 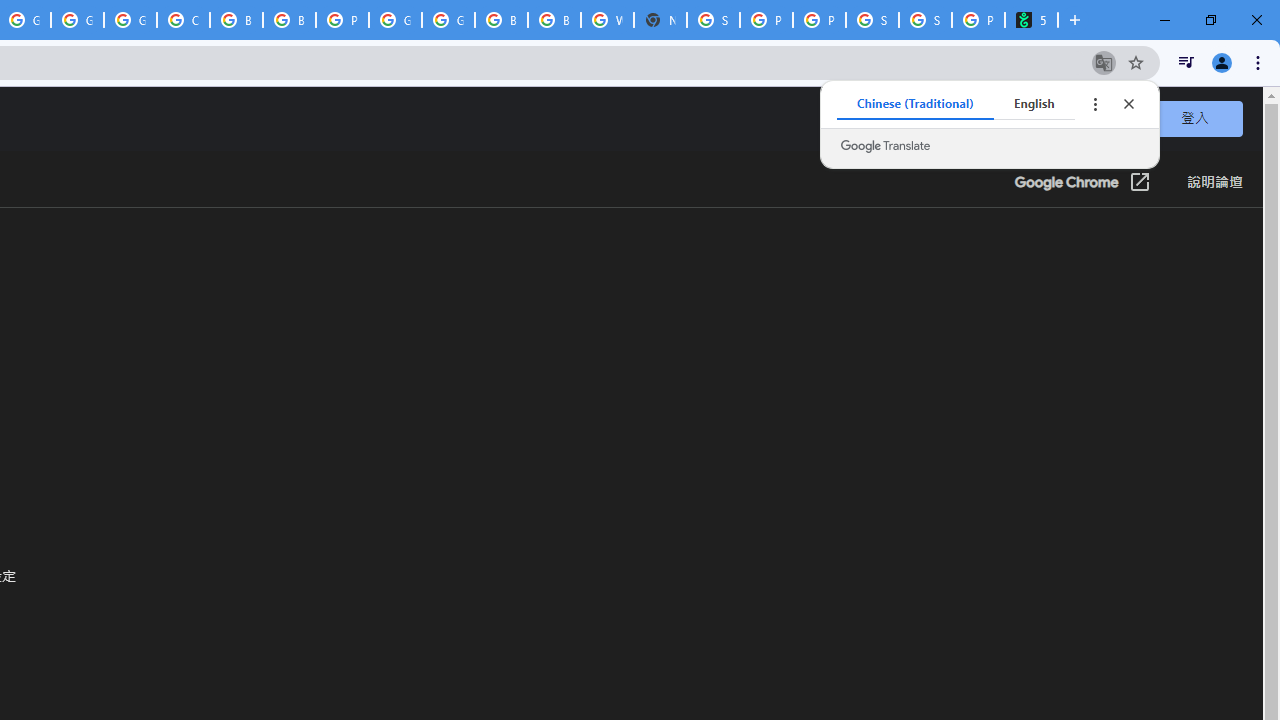 I want to click on 'New Tab', so click(x=660, y=20).